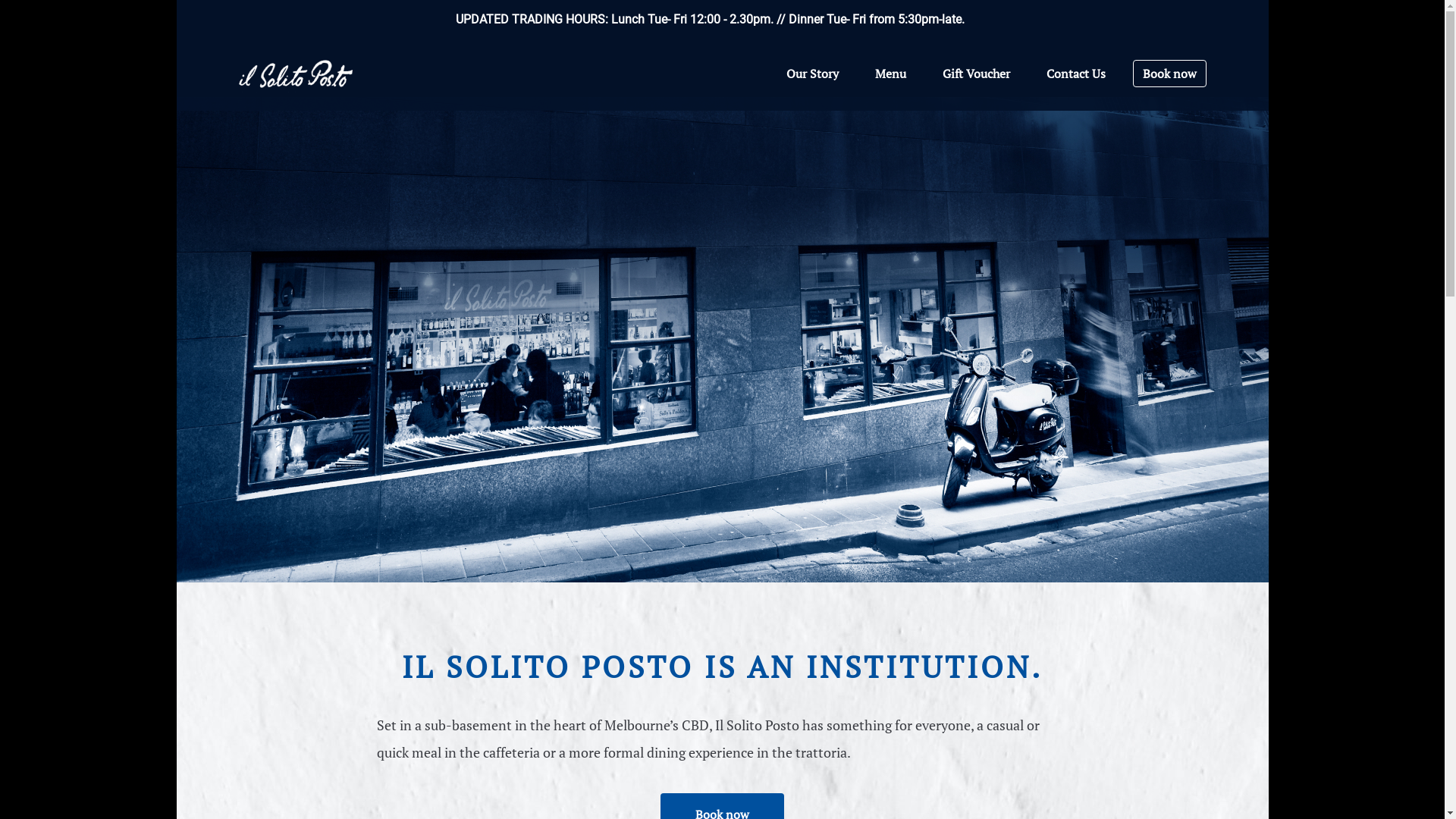 This screenshot has width=1456, height=819. What do you see at coordinates (1075, 73) in the screenshot?
I see `'Contact Us'` at bounding box center [1075, 73].